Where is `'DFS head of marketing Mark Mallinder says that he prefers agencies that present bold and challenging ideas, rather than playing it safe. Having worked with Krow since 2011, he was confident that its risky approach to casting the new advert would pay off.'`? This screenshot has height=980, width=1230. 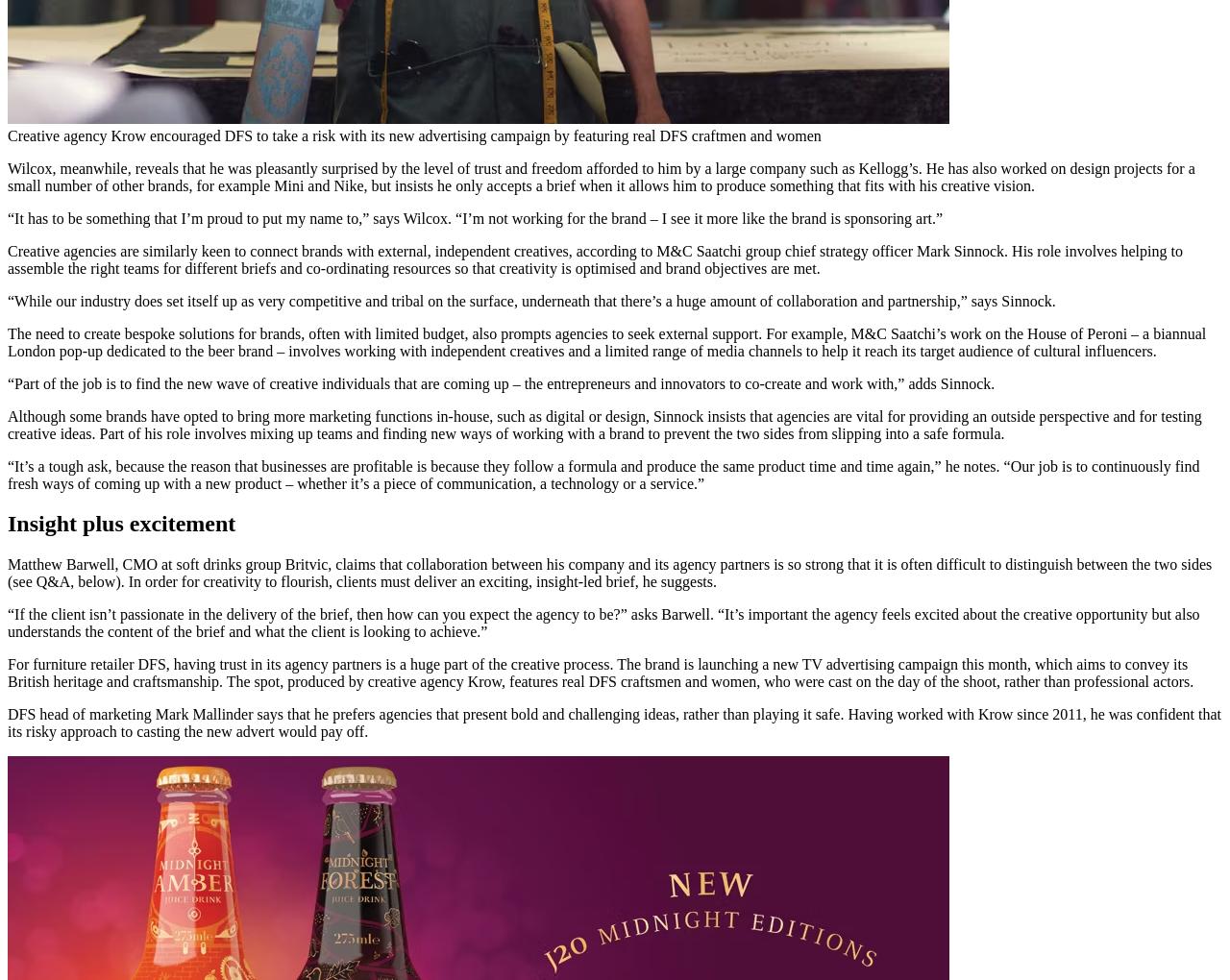
'DFS head of marketing Mark Mallinder says that he prefers agencies that present bold and challenging ideas, rather than playing it safe. Having worked with Krow since 2011, he was confident that its risky approach to casting the new advert would pay off.' is located at coordinates (613, 723).